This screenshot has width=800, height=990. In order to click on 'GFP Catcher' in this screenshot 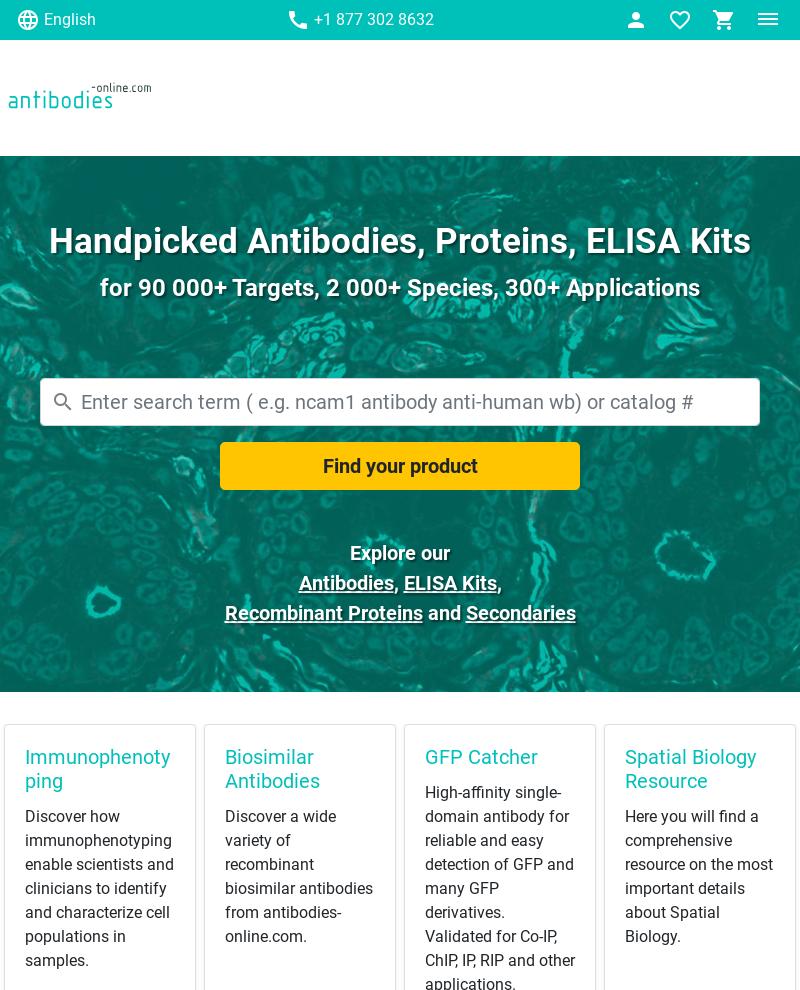, I will do `click(481, 756)`.